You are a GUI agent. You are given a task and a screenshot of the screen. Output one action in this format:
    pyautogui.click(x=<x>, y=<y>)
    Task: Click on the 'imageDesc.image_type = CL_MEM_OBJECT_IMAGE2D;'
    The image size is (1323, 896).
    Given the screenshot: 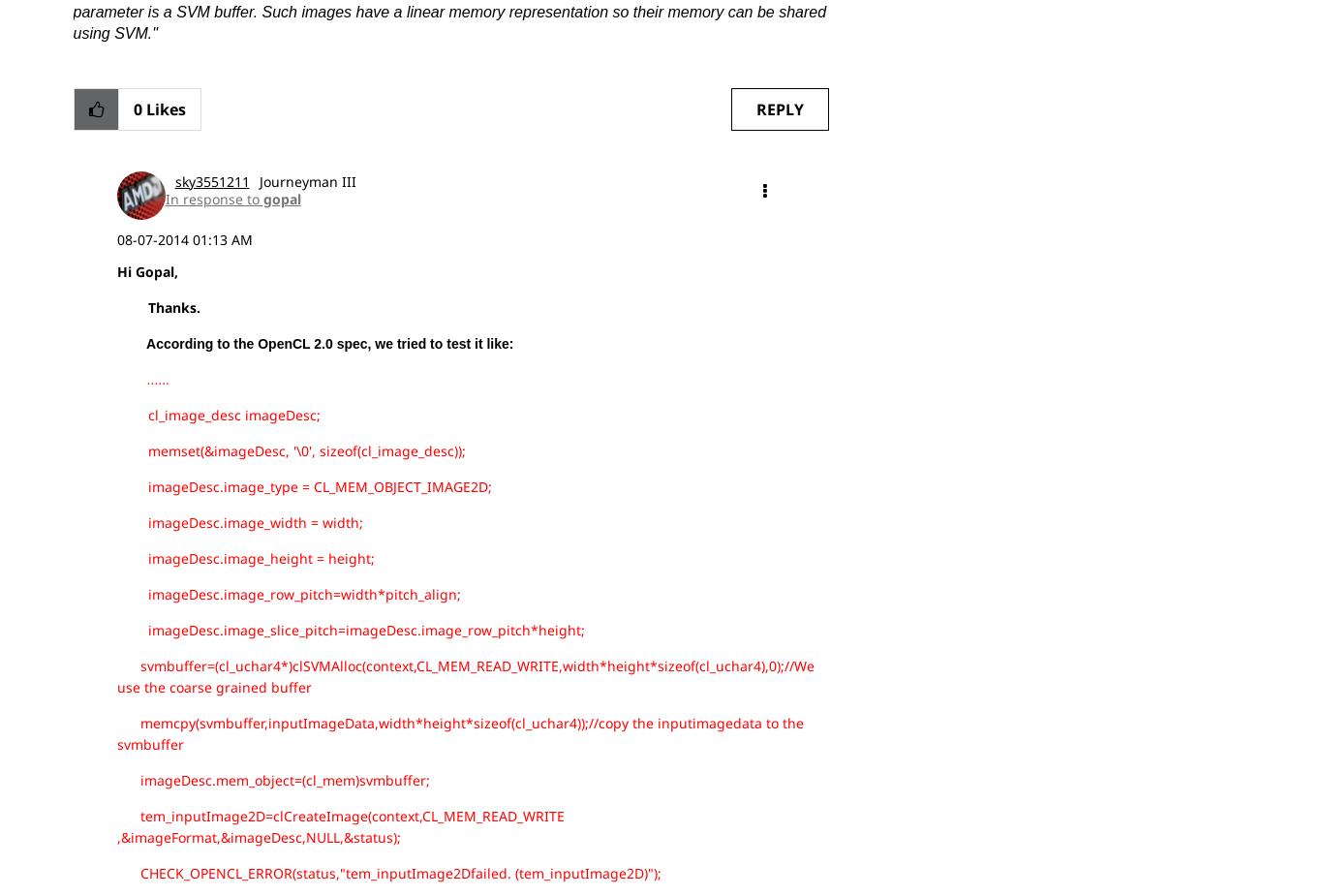 What is the action you would take?
    pyautogui.click(x=114, y=485)
    